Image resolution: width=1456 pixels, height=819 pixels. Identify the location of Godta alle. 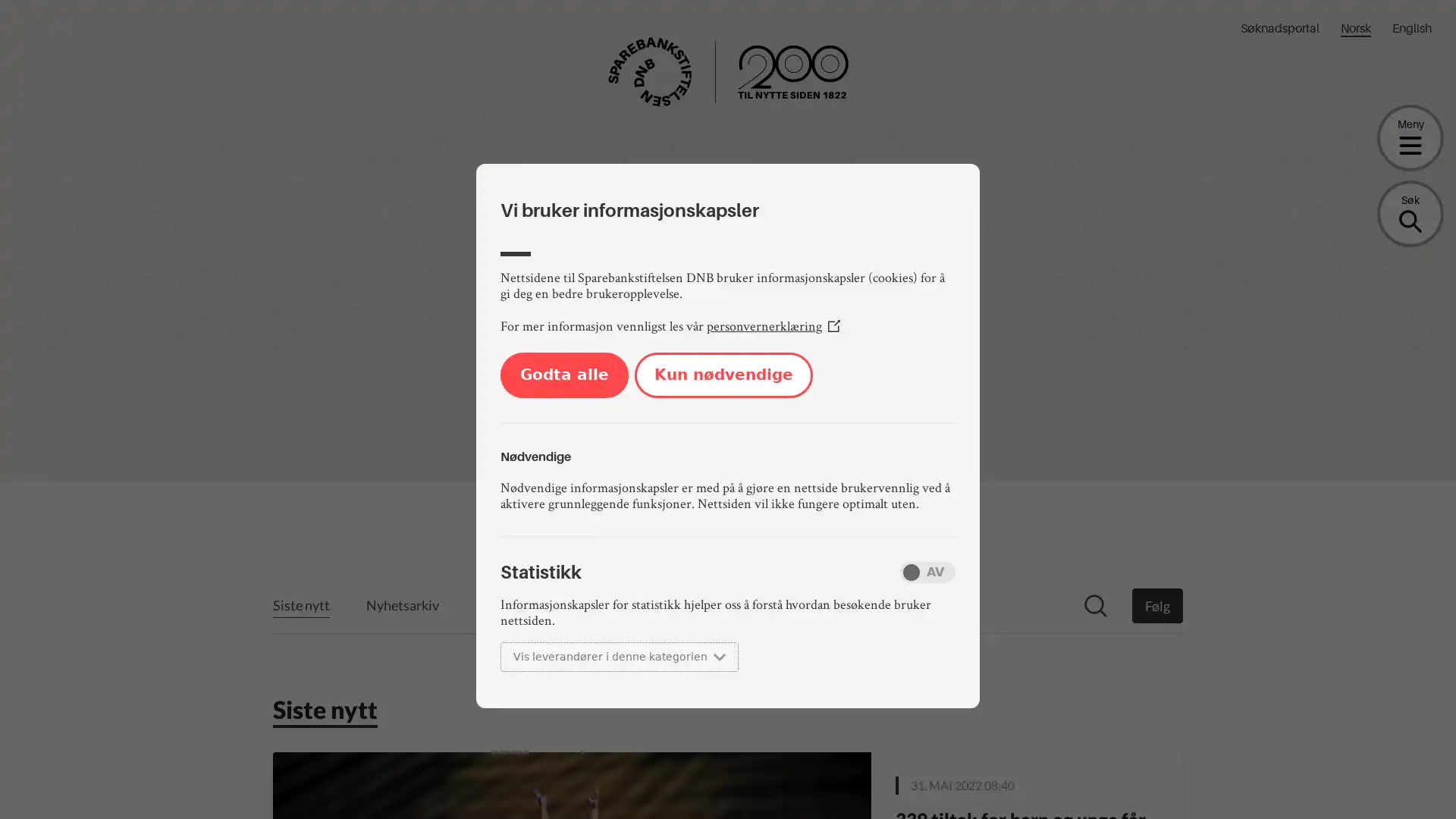
(563, 375).